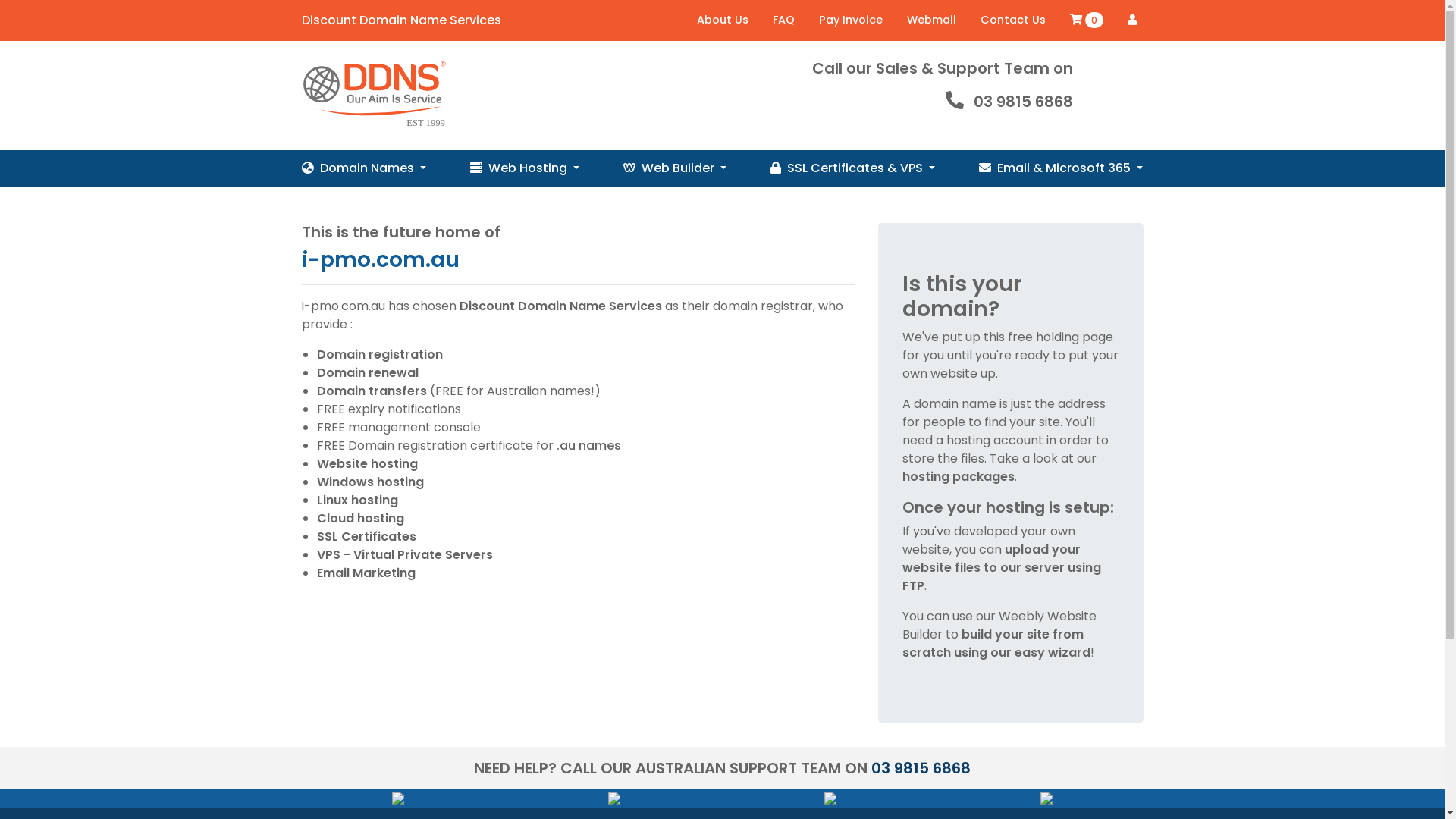 This screenshot has width=1456, height=819. I want to click on 'Webmail', so click(930, 20).